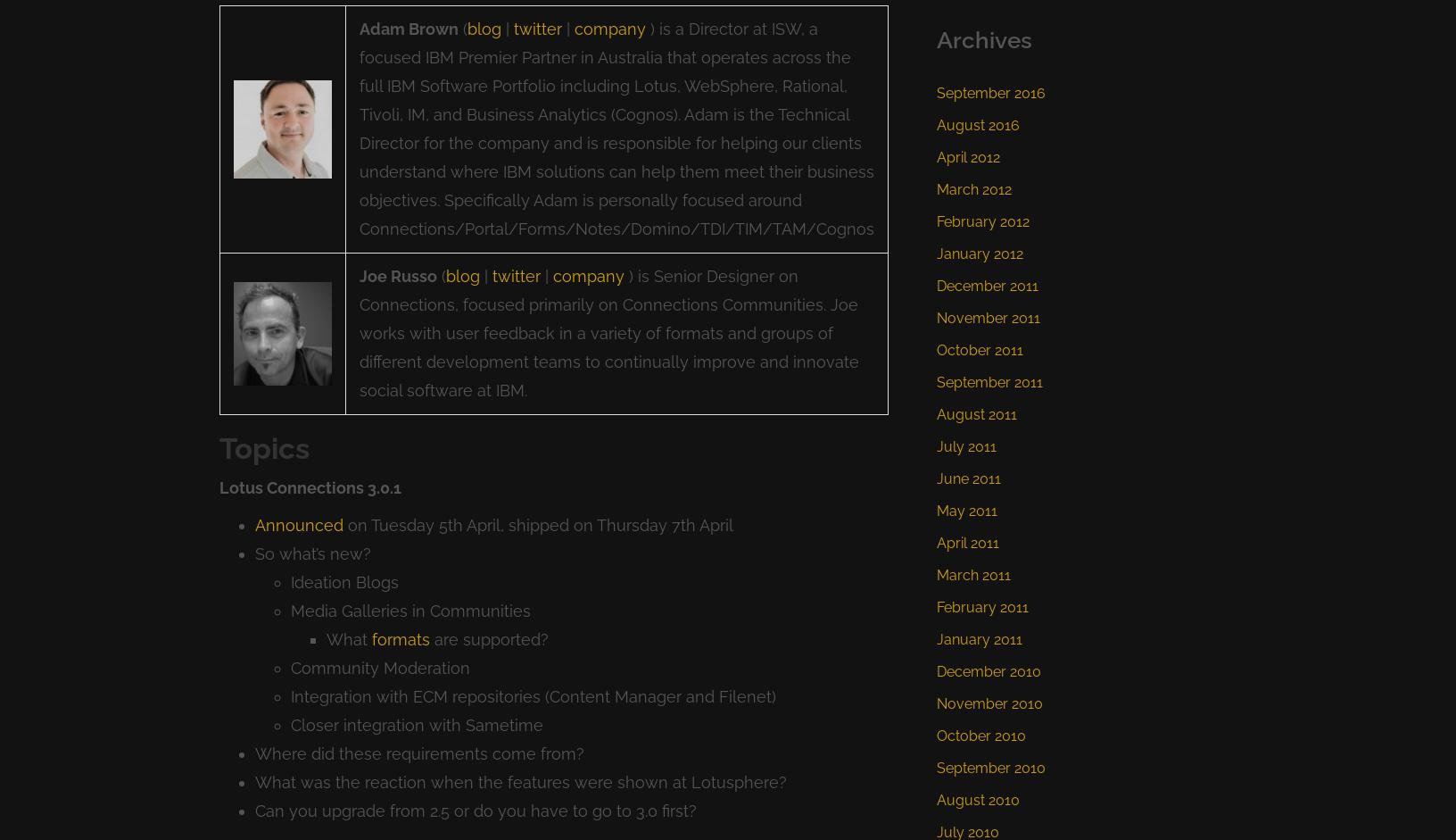  What do you see at coordinates (616, 127) in the screenshot?
I see `') is a Director at ISW, a focused IBM Premier Partner in Australia that operates across the full IBM Software Portfolio including Lotus, WebSphere, Rational, Tivoli, IM, and Business Analytics (Cognos). Adam is the Technical Director for the company and is responsible for helping our clients understand where IBM solutions can help them meet their business objectives. Specifically Adam is personally focused around Connections/Portal/Forms/Notes/Domino/TDI/TIM/TAM/Cognos'` at bounding box center [616, 127].